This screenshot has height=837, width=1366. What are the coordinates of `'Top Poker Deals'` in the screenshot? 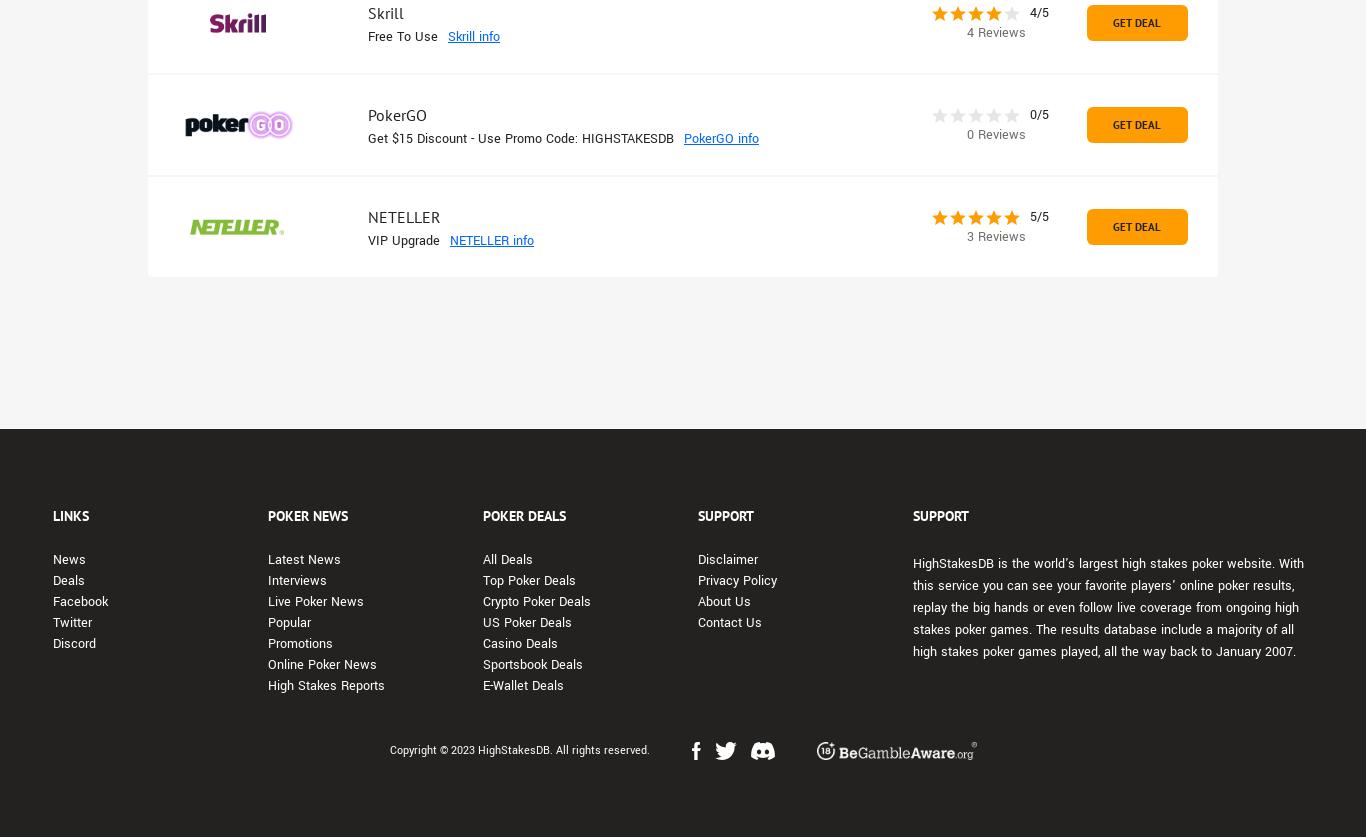 It's located at (529, 580).